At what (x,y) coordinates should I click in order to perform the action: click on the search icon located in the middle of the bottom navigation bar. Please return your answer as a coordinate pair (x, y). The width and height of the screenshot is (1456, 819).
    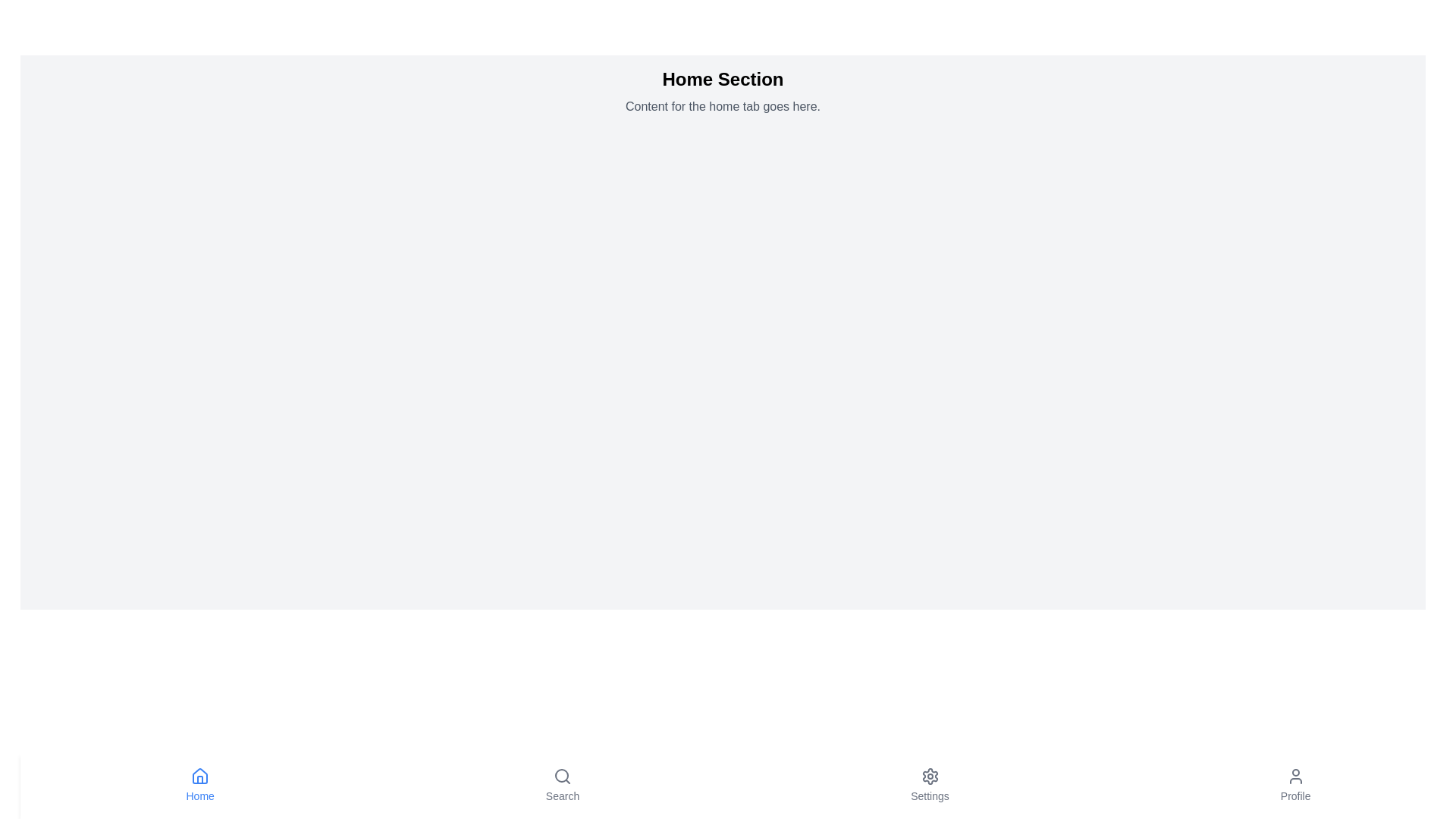
    Looking at the image, I should click on (562, 776).